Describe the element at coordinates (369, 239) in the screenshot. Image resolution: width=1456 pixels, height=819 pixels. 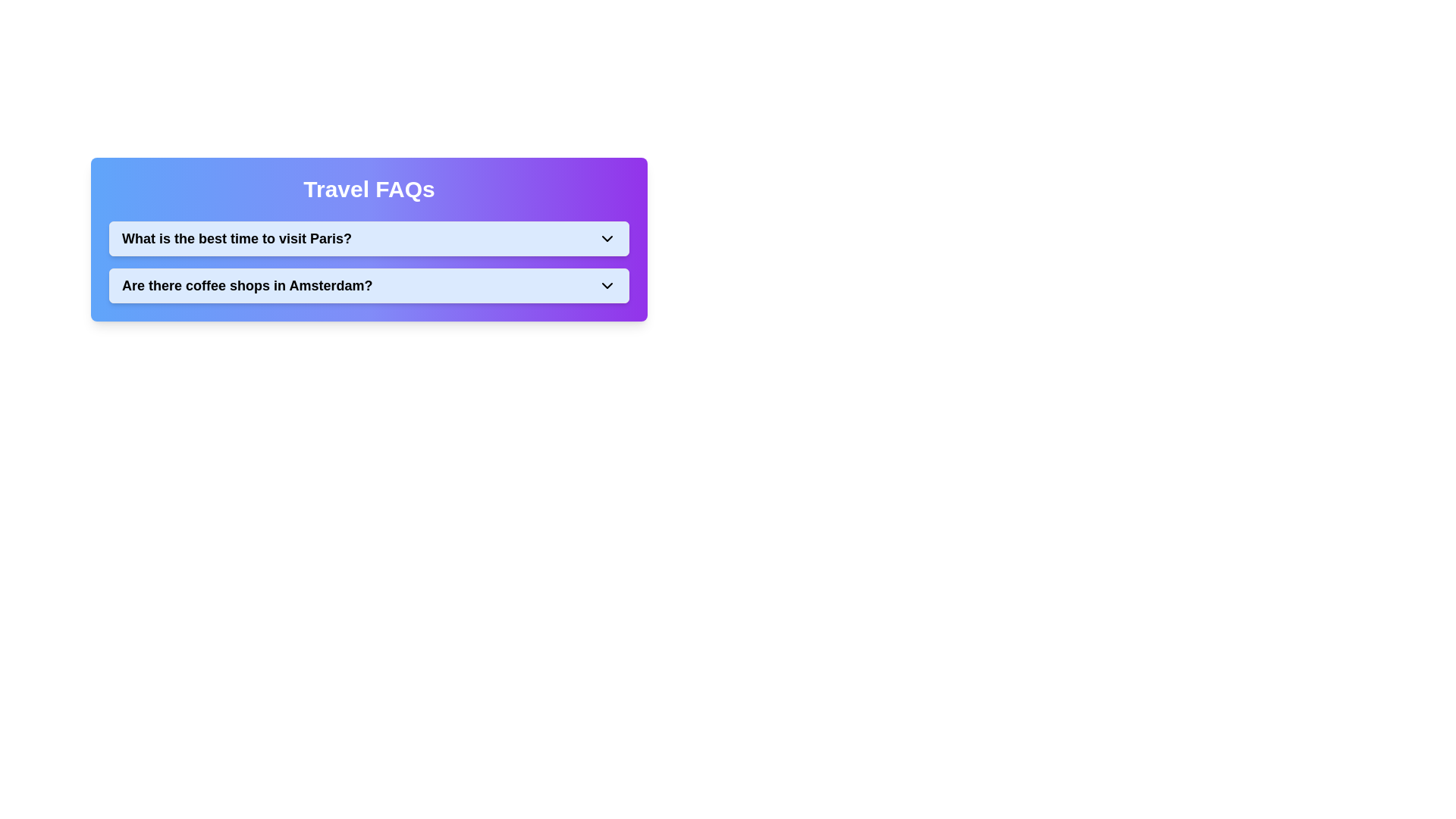
I see `the dropdown menu button related to the question 'What is the best time to visit Paris?'` at that location.